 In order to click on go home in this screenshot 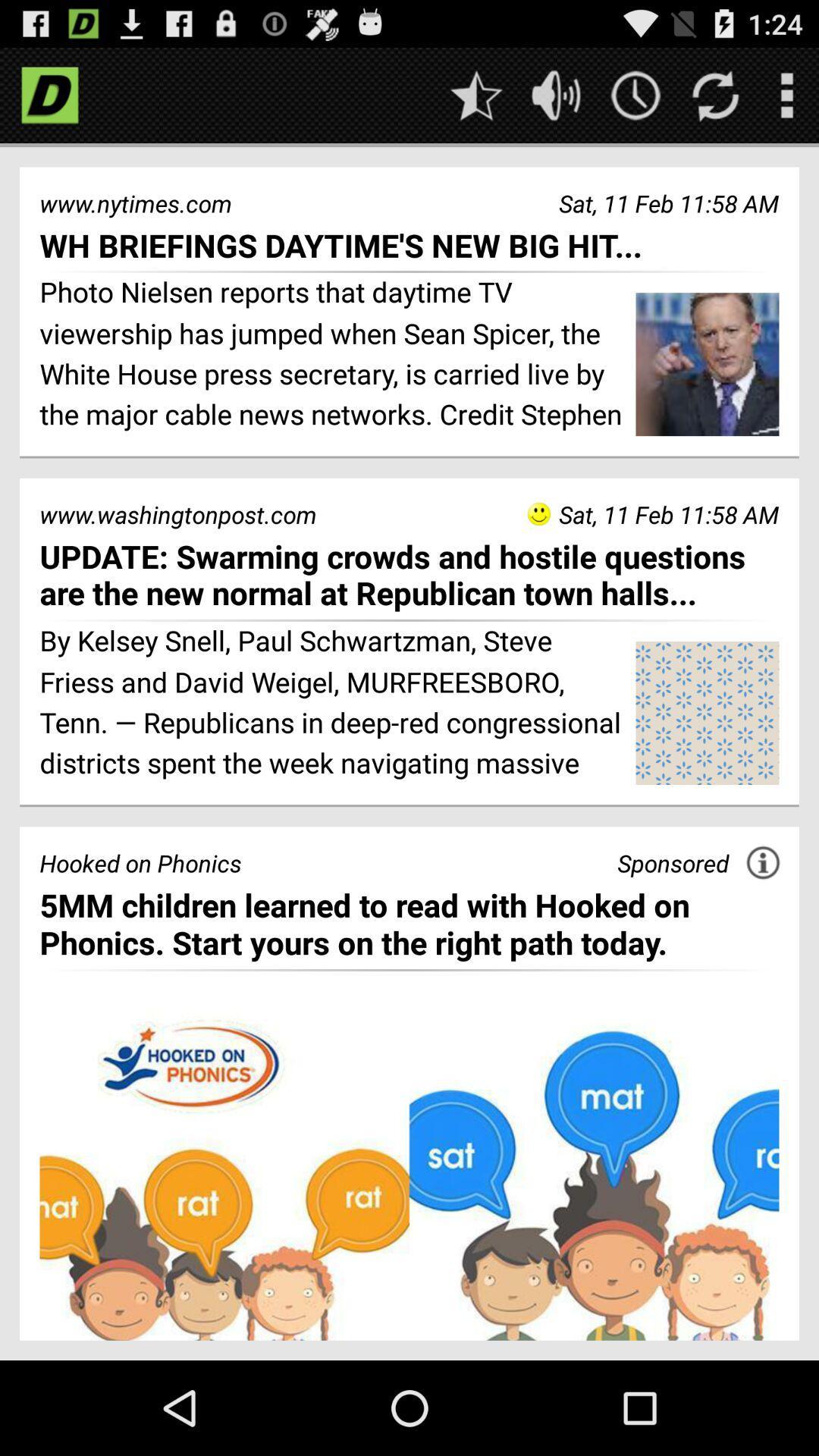, I will do `click(49, 94)`.